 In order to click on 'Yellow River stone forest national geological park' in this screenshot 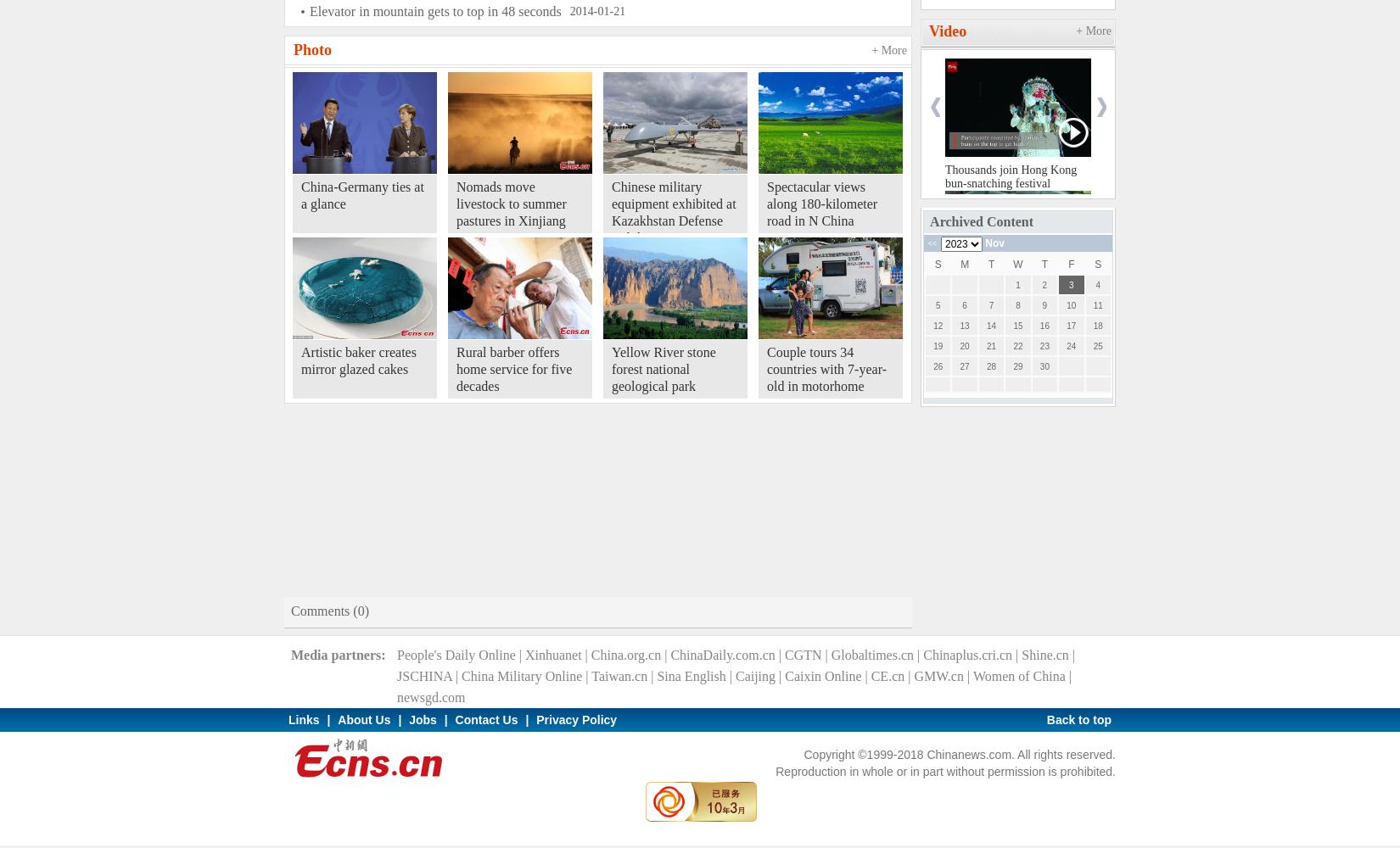, I will do `click(662, 369)`.